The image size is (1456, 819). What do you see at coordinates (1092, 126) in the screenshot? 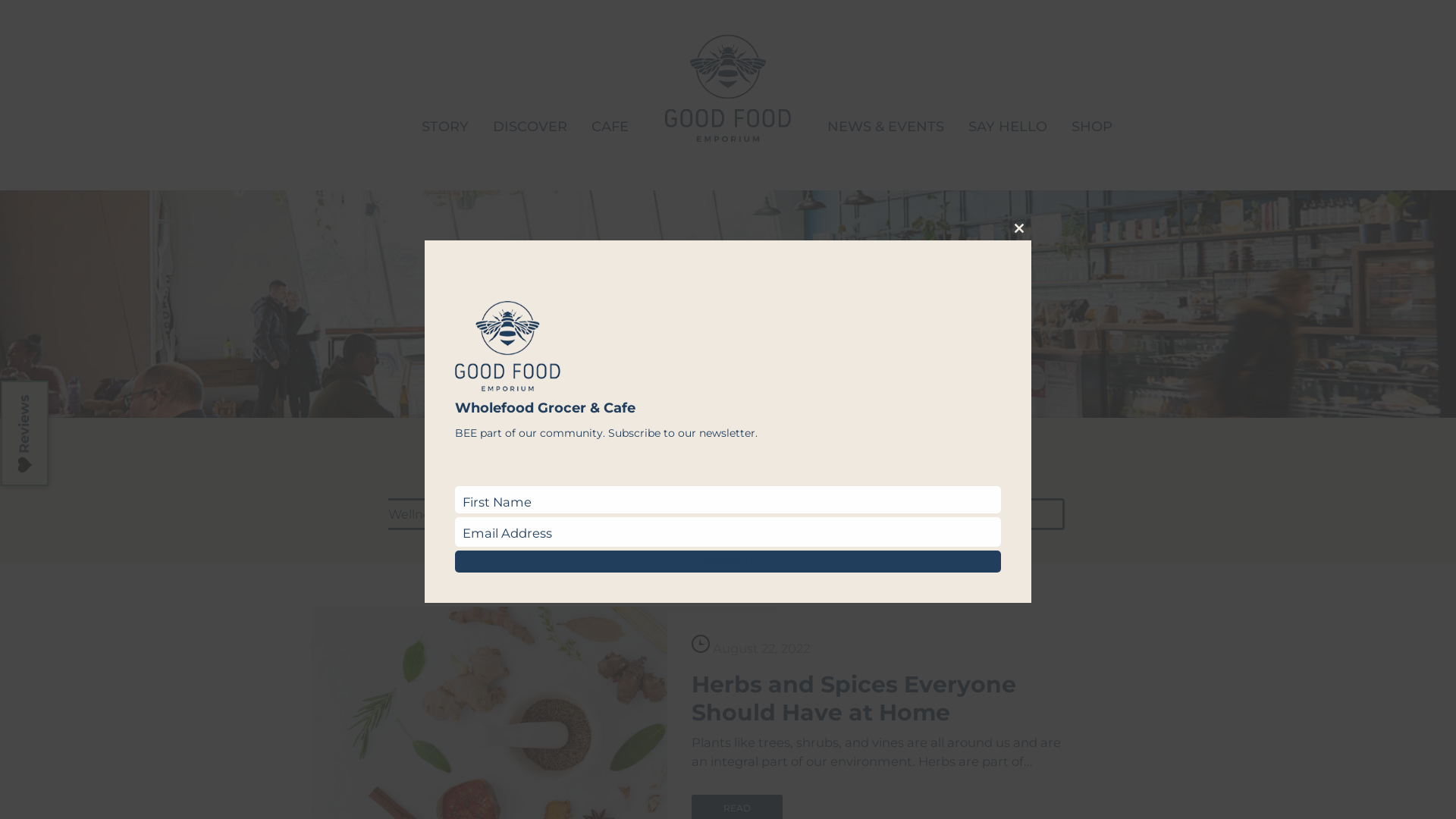
I see `'SHOP'` at bounding box center [1092, 126].